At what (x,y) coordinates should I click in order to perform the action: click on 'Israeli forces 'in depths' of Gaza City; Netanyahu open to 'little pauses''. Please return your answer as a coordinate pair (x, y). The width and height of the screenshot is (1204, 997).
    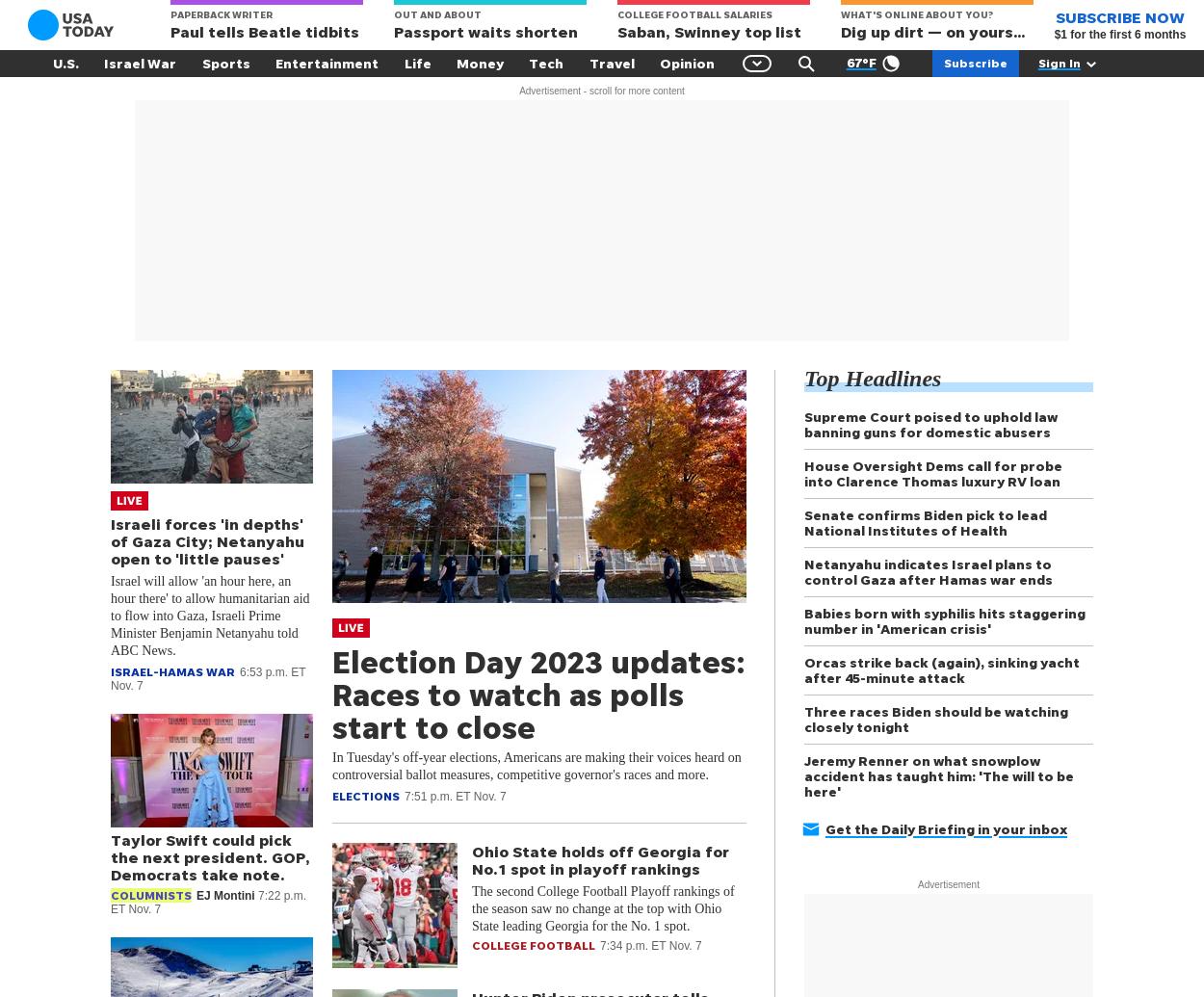
    Looking at the image, I should click on (206, 540).